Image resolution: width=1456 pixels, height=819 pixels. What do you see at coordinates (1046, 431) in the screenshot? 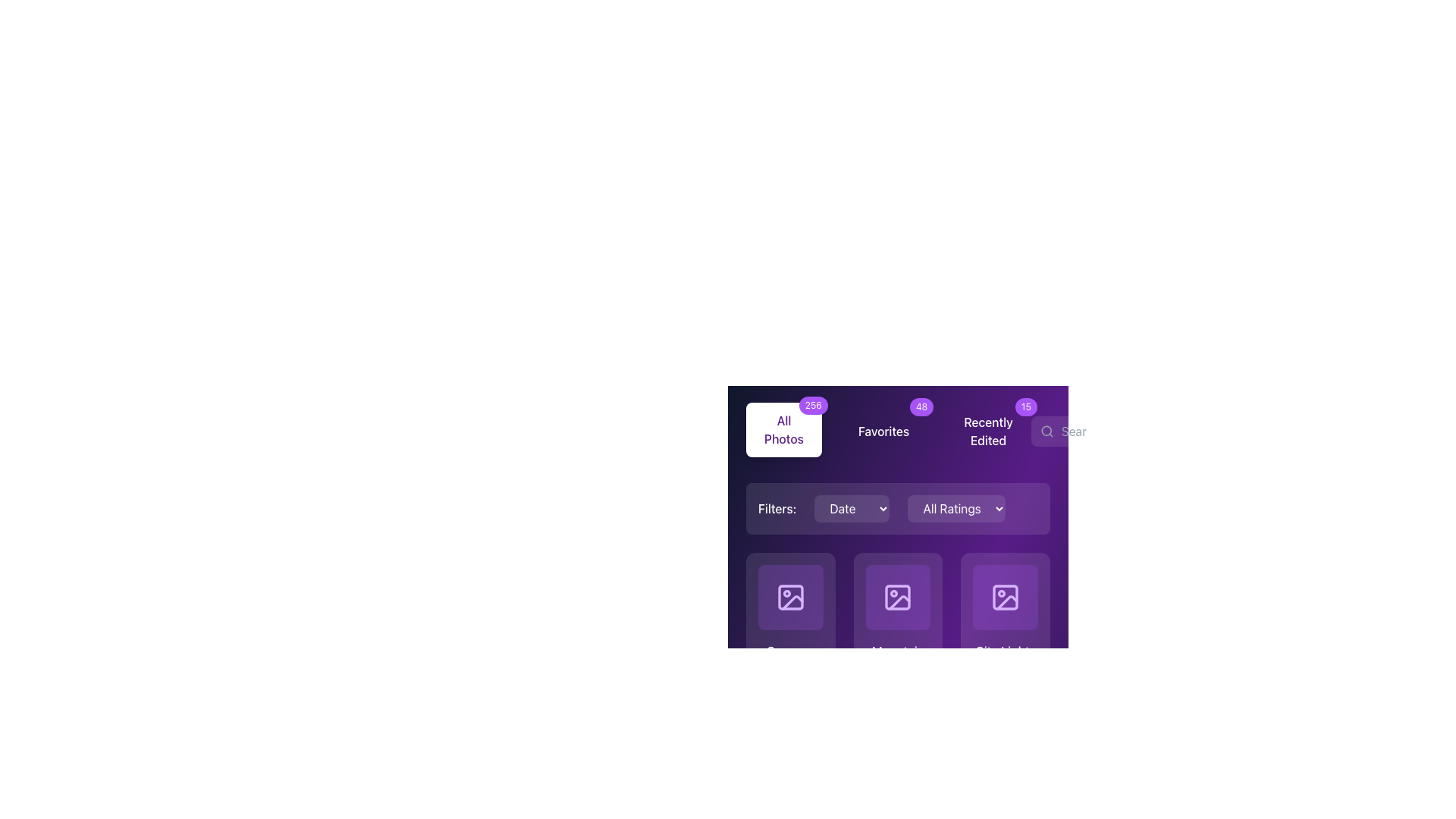
I see `the circular lens component of the magnifying glass icon located on the right side of the interface, adjacent to the 'Search' text label` at bounding box center [1046, 431].